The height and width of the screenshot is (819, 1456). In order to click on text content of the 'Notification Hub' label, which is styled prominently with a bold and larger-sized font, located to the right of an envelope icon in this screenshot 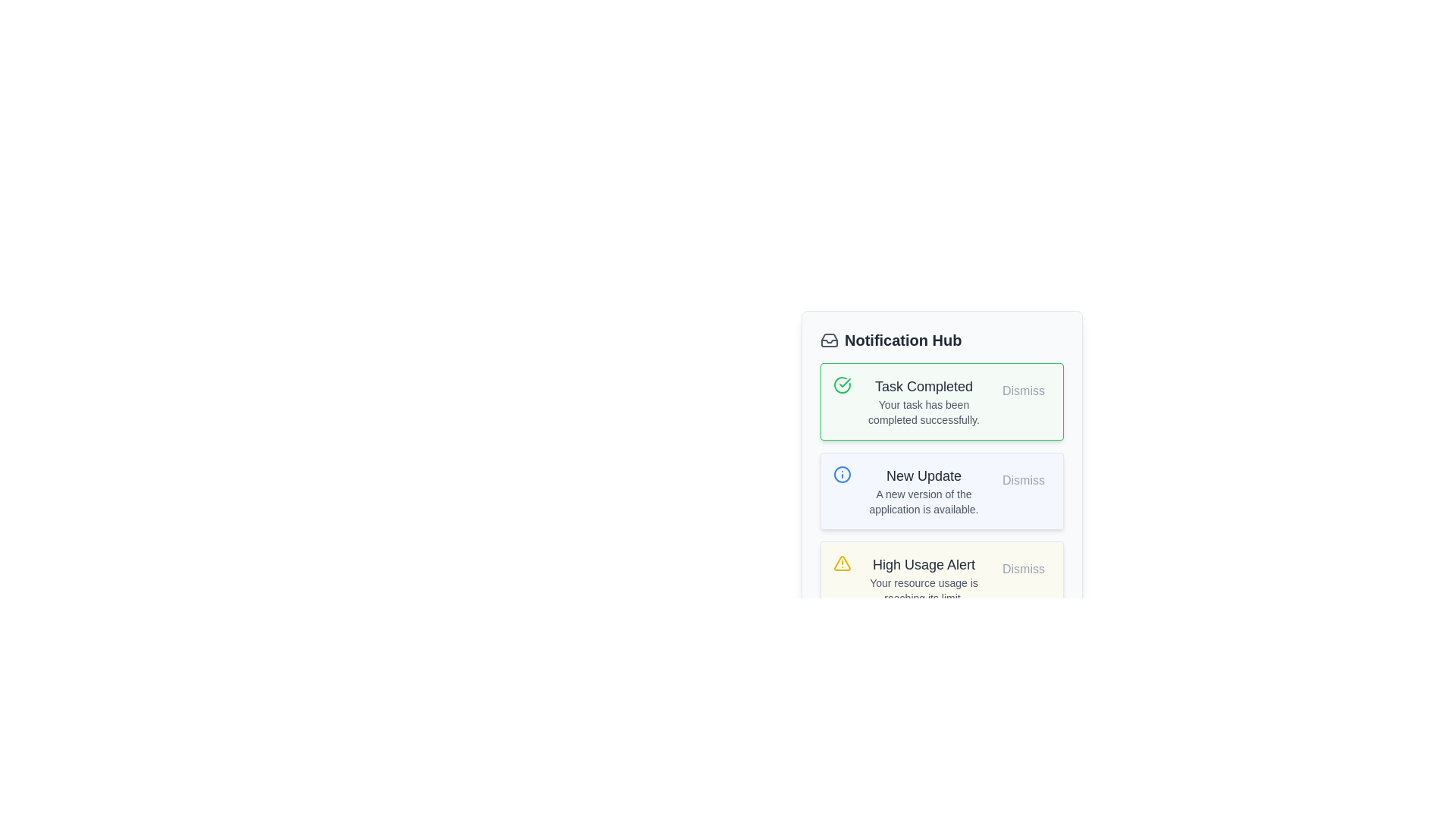, I will do `click(903, 339)`.